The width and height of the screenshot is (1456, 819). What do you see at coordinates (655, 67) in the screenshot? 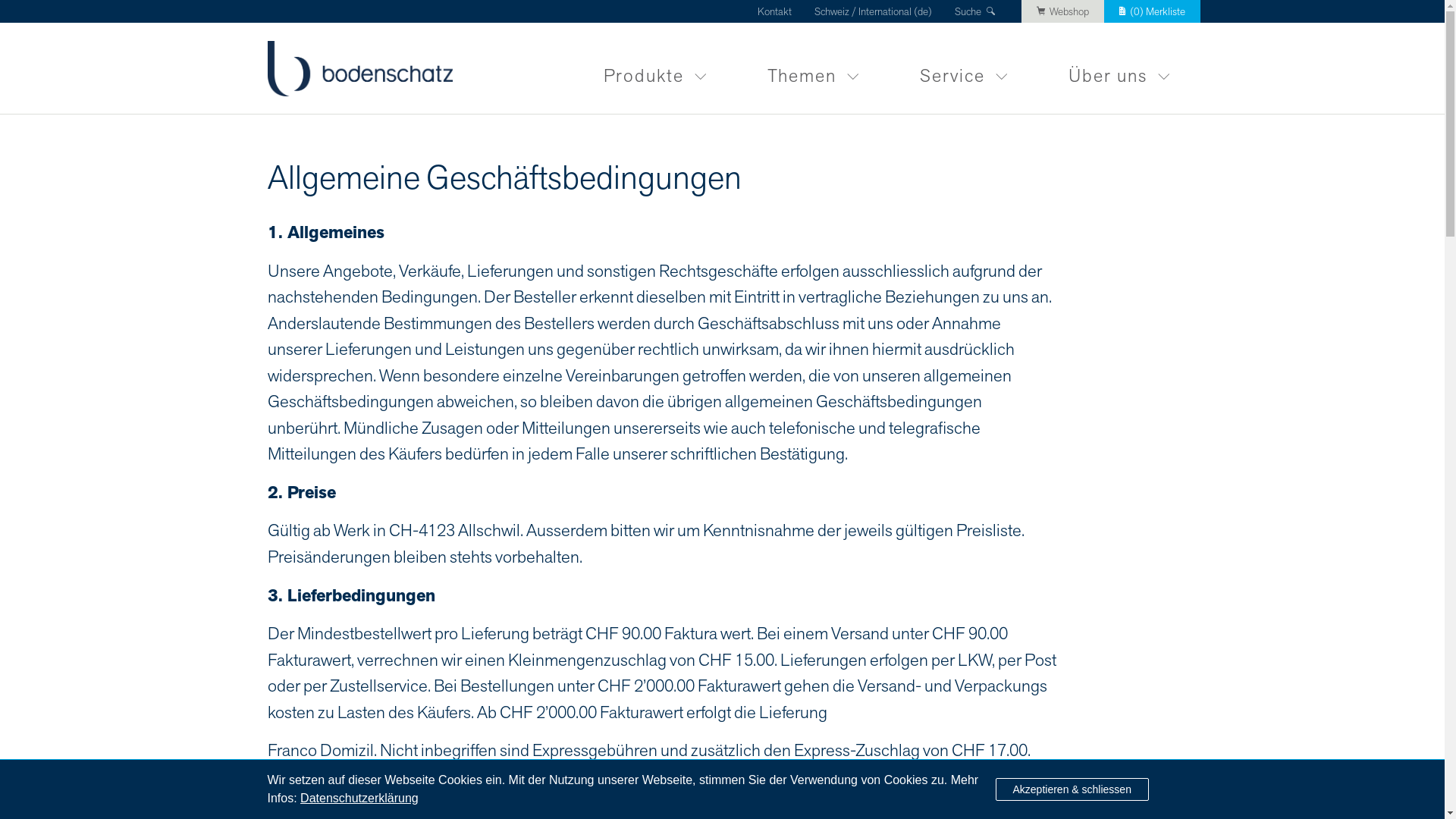
I see `'Produkte'` at bounding box center [655, 67].